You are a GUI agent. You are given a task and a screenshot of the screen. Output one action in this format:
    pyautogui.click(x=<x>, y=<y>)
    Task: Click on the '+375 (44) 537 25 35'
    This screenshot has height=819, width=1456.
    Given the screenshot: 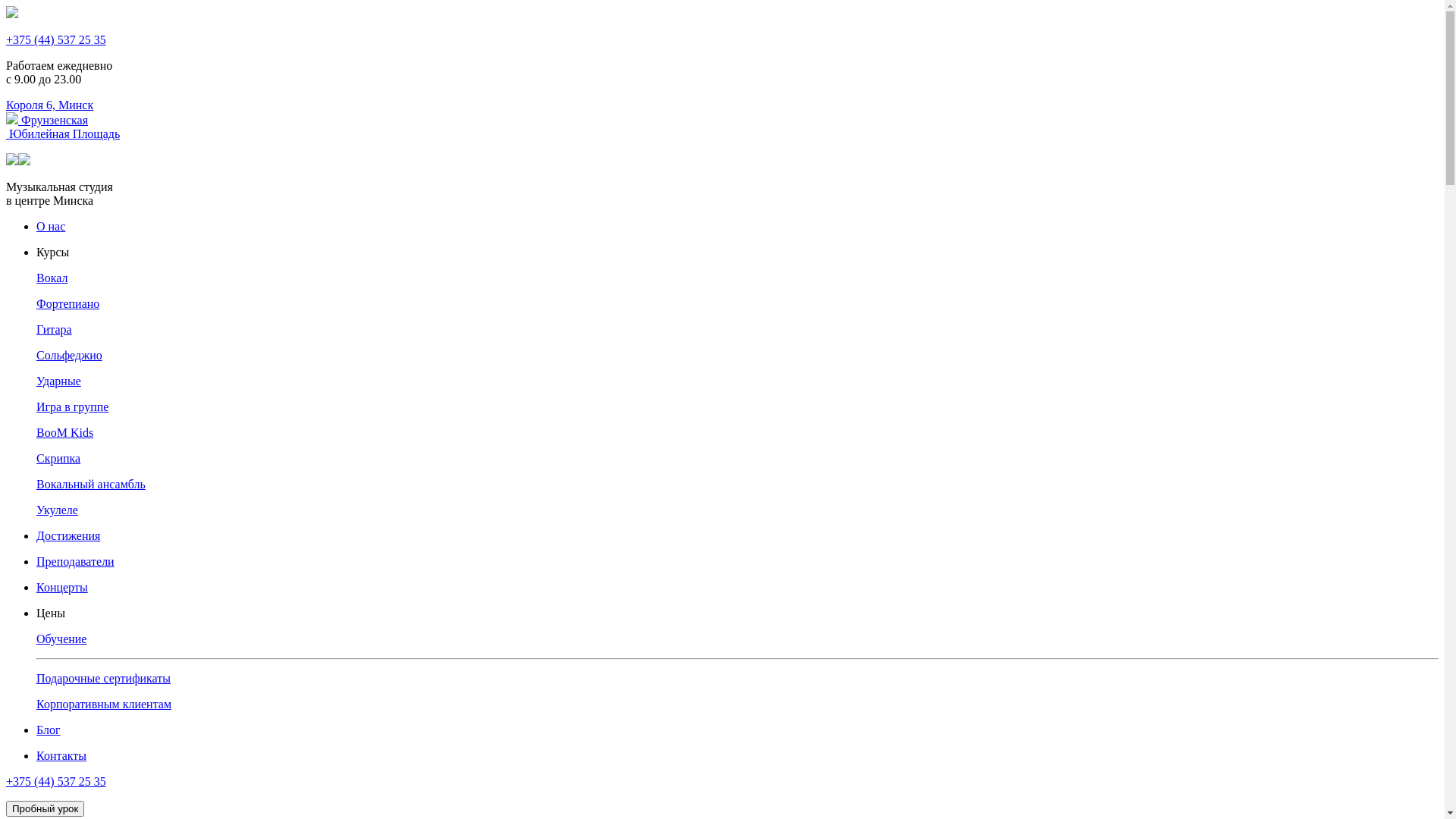 What is the action you would take?
    pyautogui.click(x=55, y=39)
    